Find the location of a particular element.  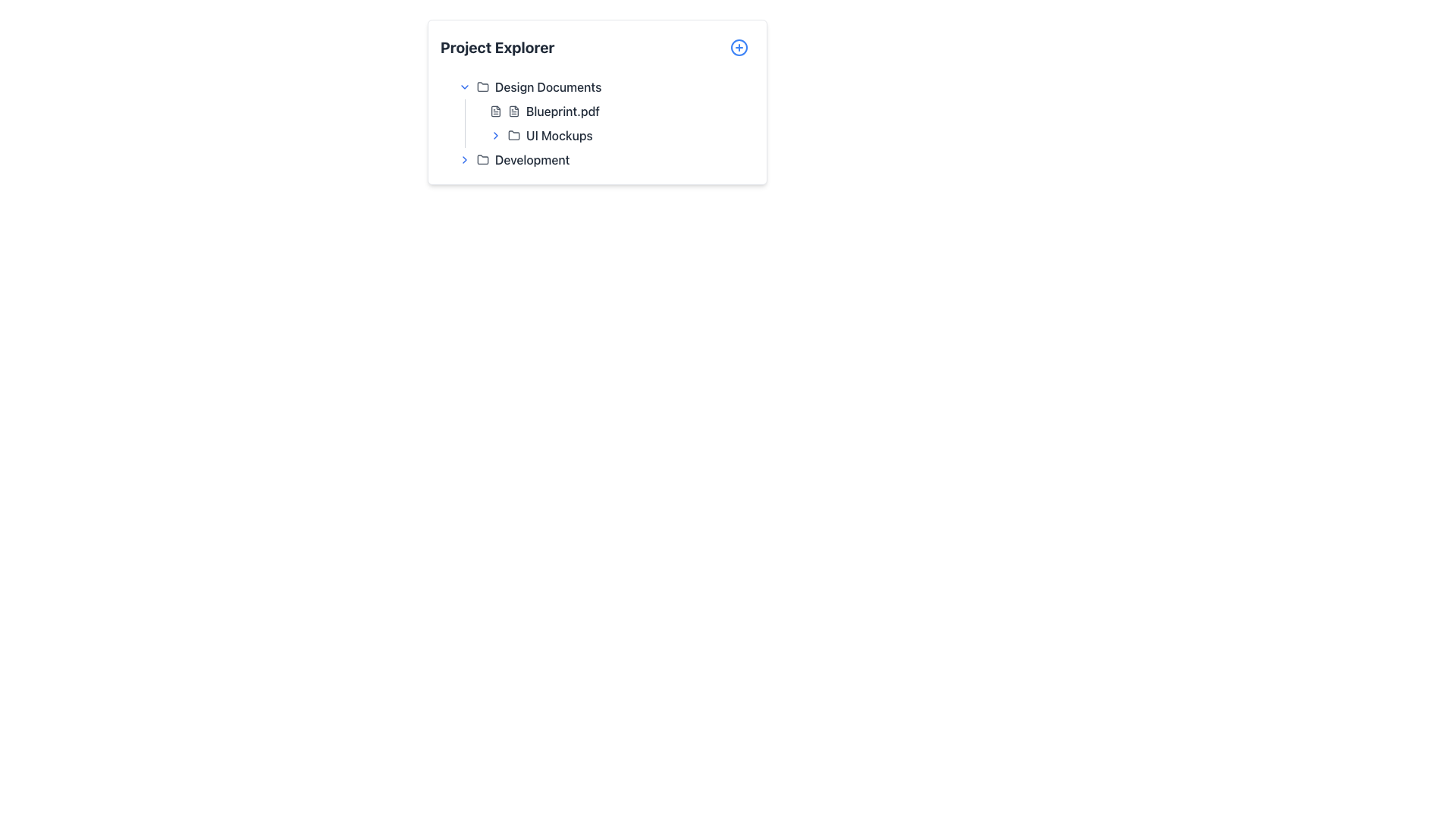

the small icon resembling a document next to the filename 'Blueprint.pdf' in the project explorer interface is located at coordinates (513, 110).